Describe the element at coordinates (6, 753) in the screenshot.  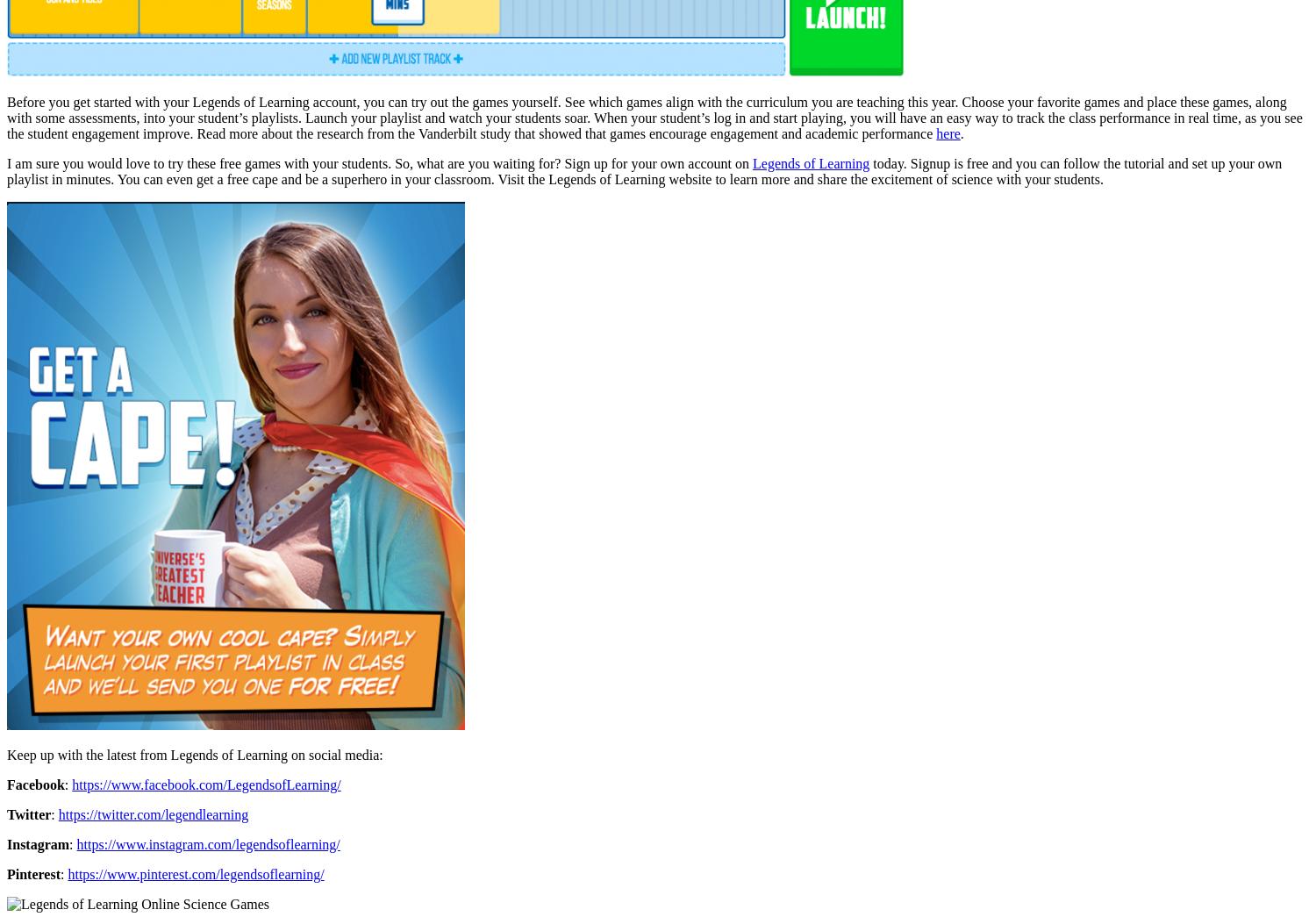
I see `'Keep up with the latest from Legends of Learning on social media:'` at that location.